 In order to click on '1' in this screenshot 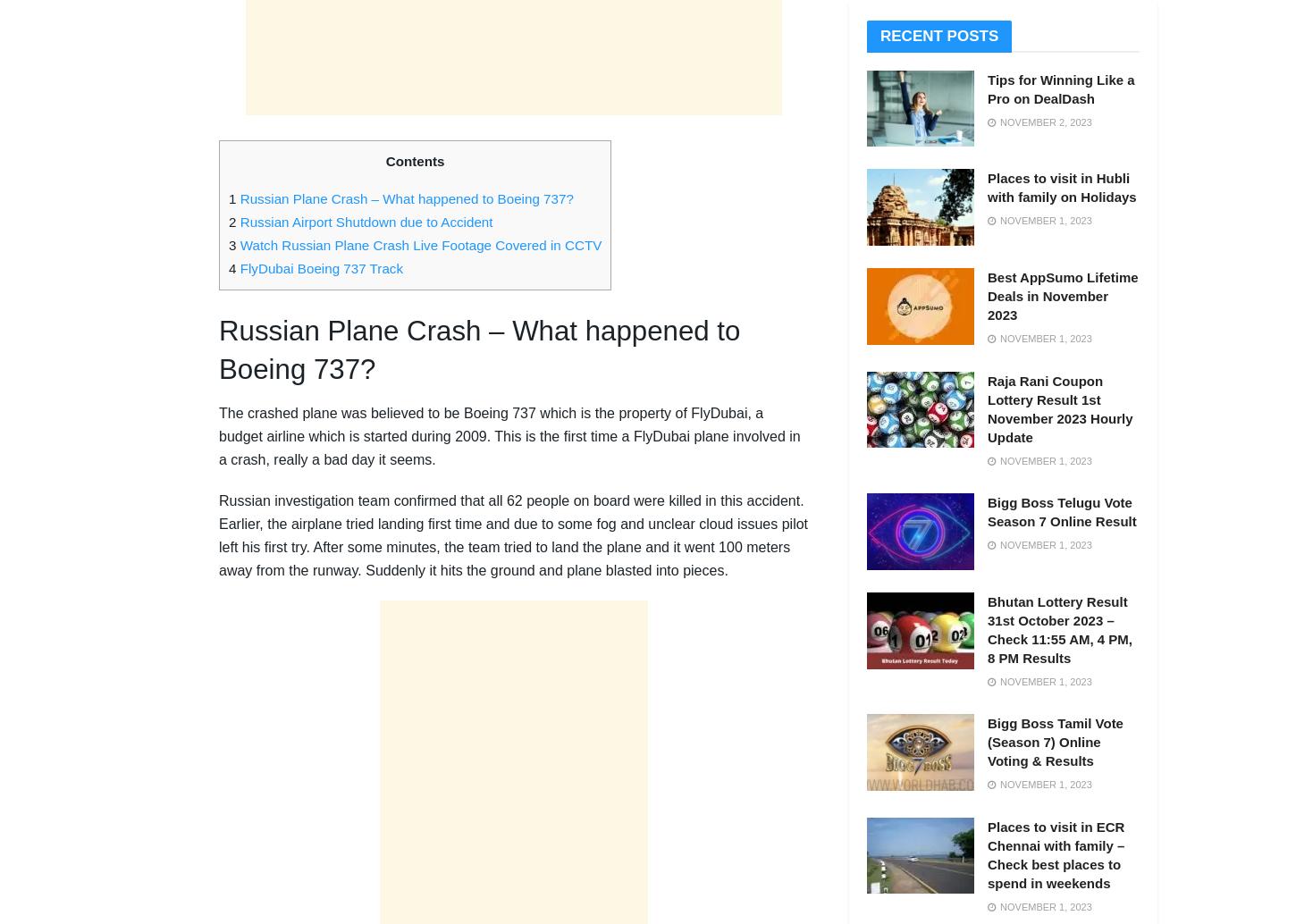, I will do `click(231, 197)`.